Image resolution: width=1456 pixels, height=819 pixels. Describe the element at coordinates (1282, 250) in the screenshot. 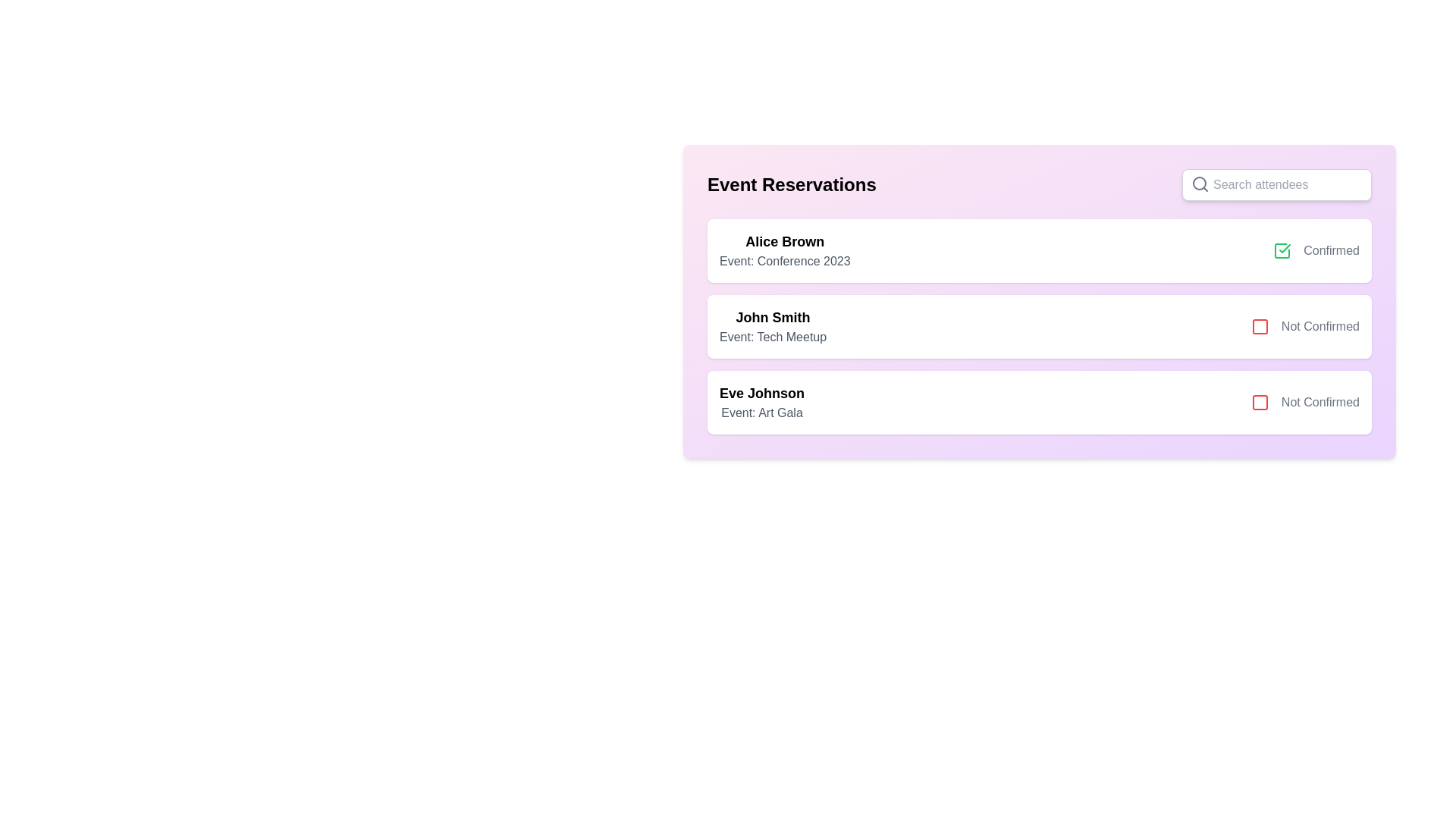

I see `the Checkmark in Square icon located immediately to the left of the 'Confirmed' label in the top-right corner of the uppermost item in the event list` at that location.